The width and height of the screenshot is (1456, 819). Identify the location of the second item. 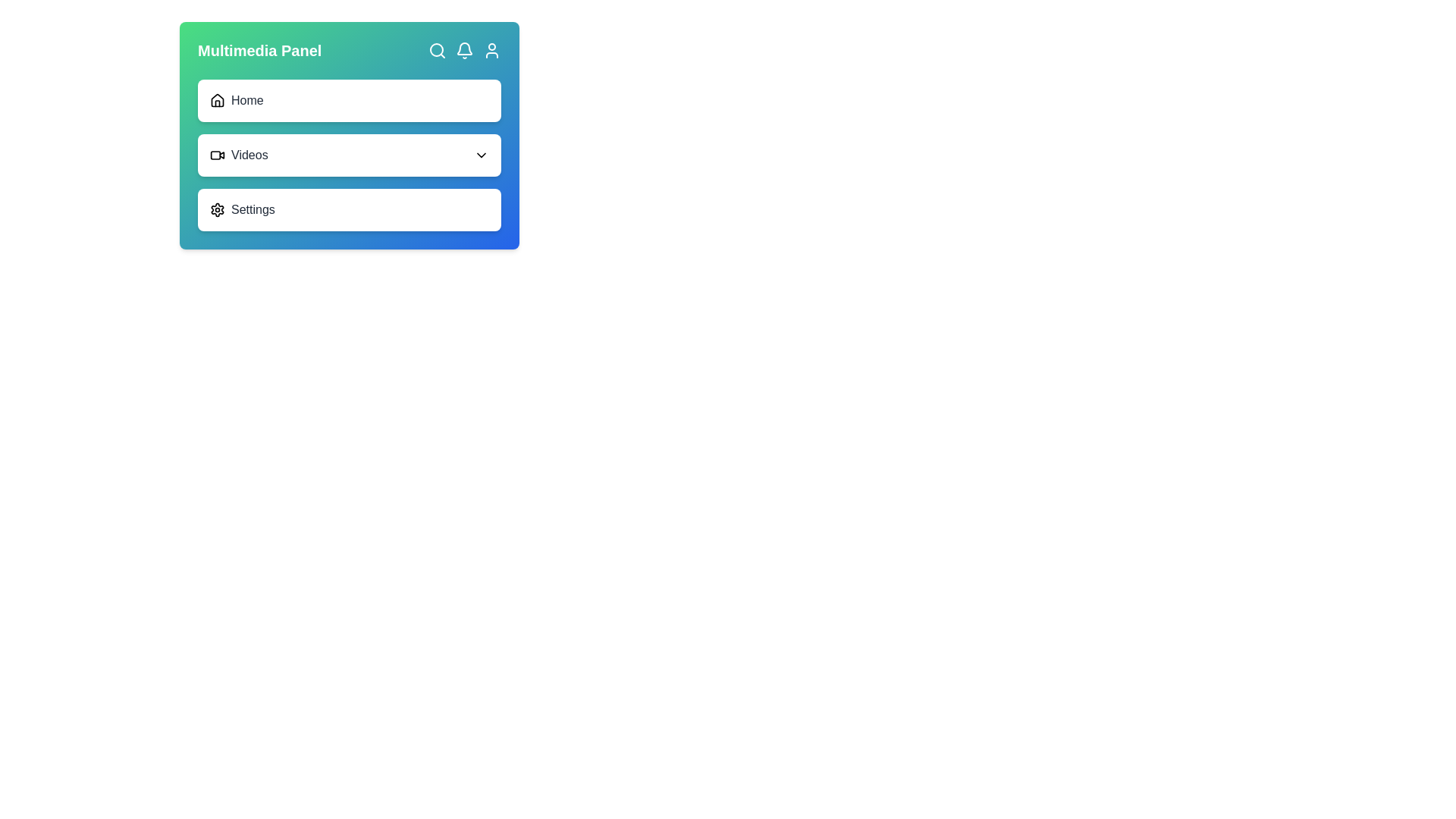
(348, 155).